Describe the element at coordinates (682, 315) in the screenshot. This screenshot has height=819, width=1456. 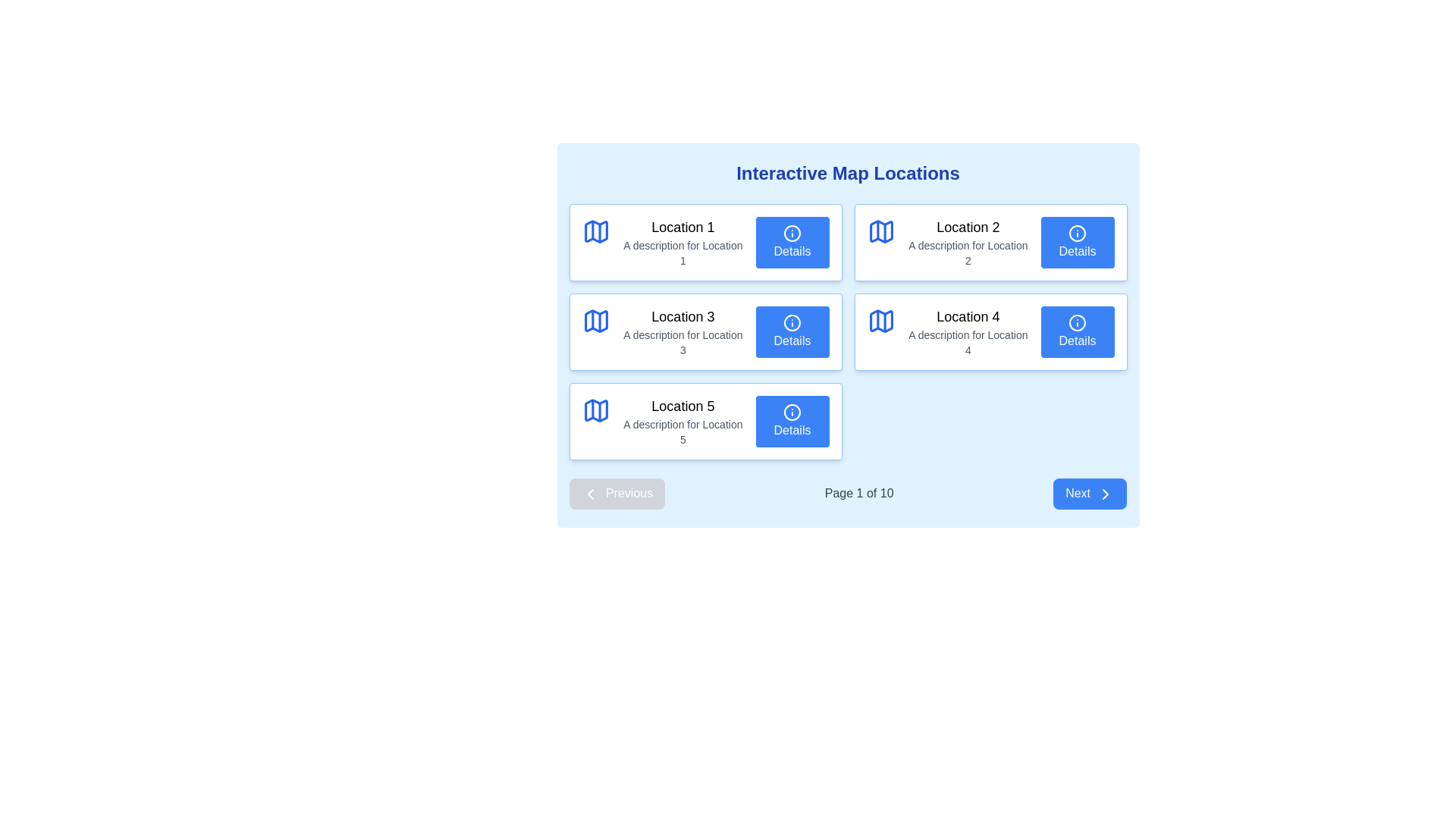
I see `text content of the 'Location 3' label, which is a bold text label located in the first row and second column of the grid` at that location.